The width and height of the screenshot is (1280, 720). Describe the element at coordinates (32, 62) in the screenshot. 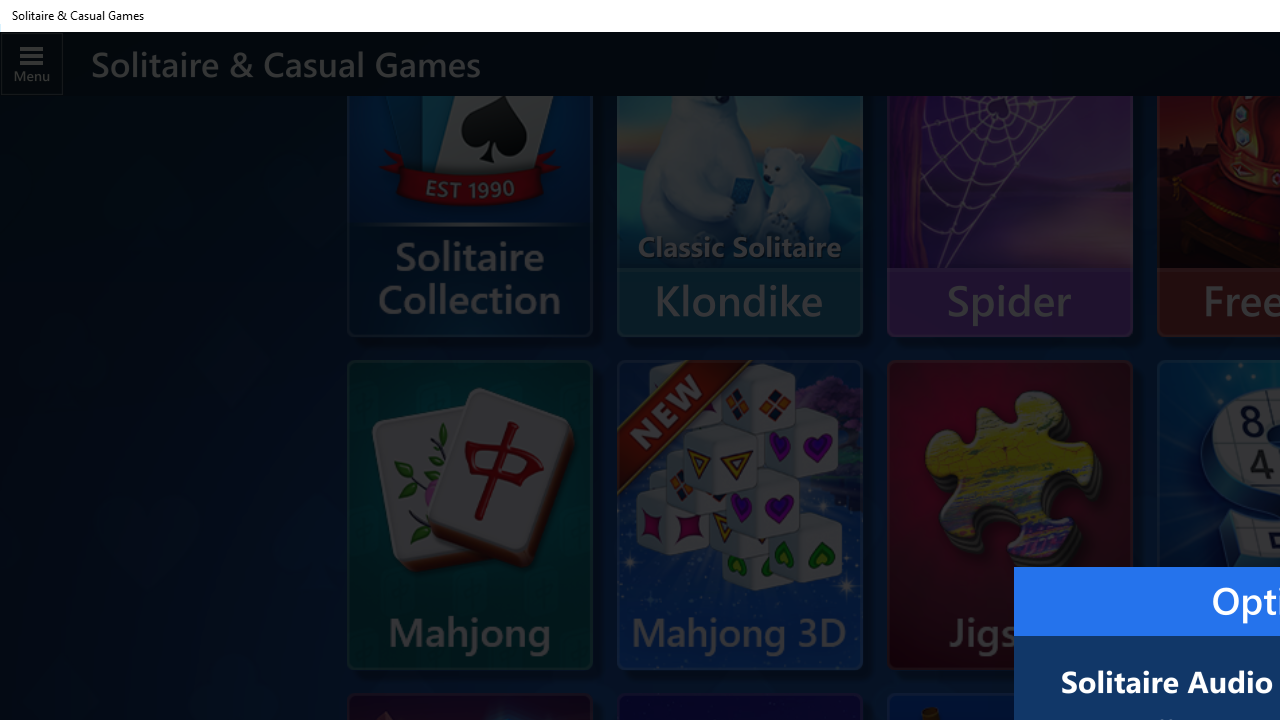

I see `'Menu'` at that location.